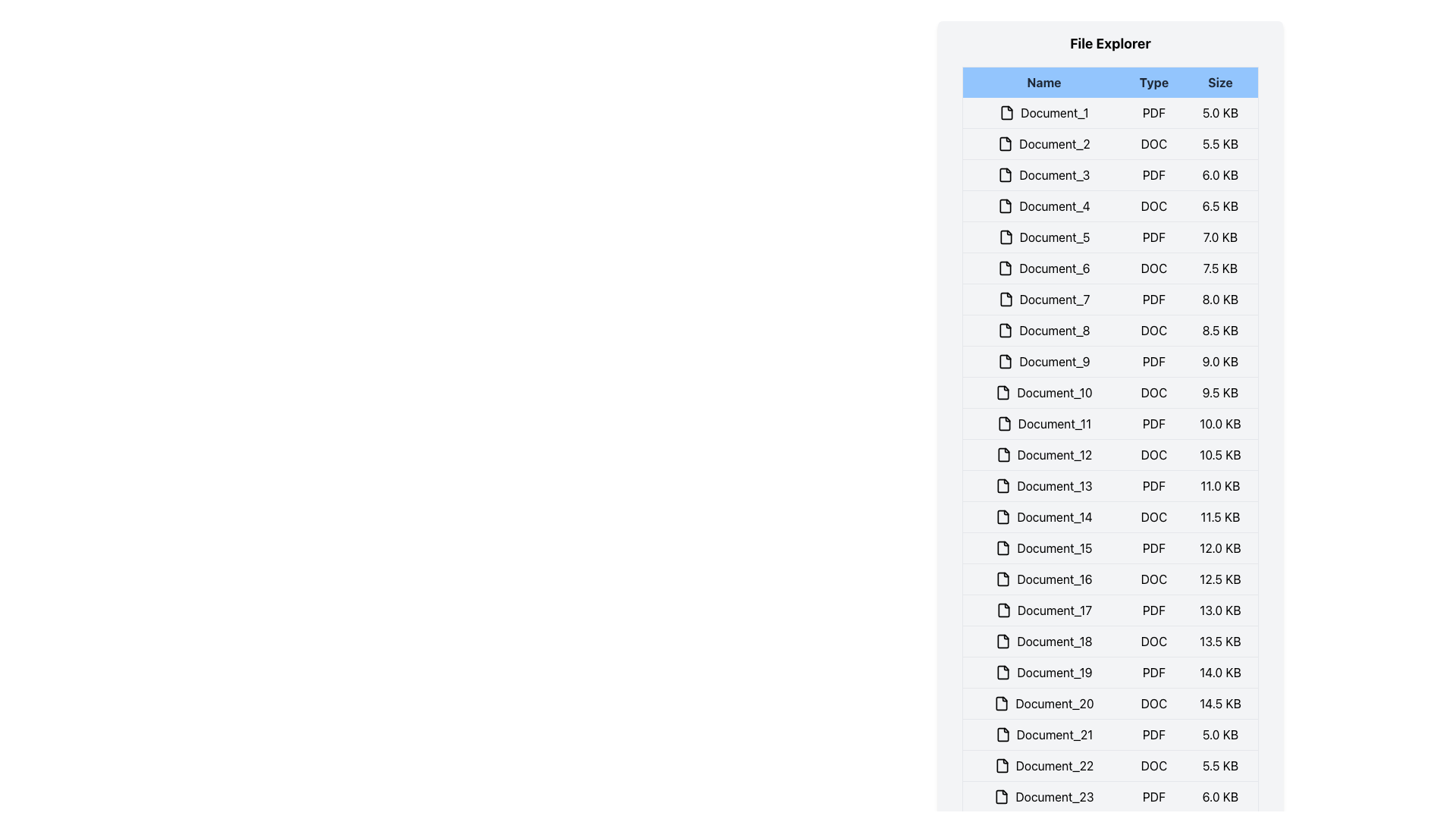 The height and width of the screenshot is (819, 1456). I want to click on the document icon, which is a rectangular shape resembling a sheet of paper with a folded corner, positioned to the left of the text 'Document_13' in the file explorer, so click(1003, 485).